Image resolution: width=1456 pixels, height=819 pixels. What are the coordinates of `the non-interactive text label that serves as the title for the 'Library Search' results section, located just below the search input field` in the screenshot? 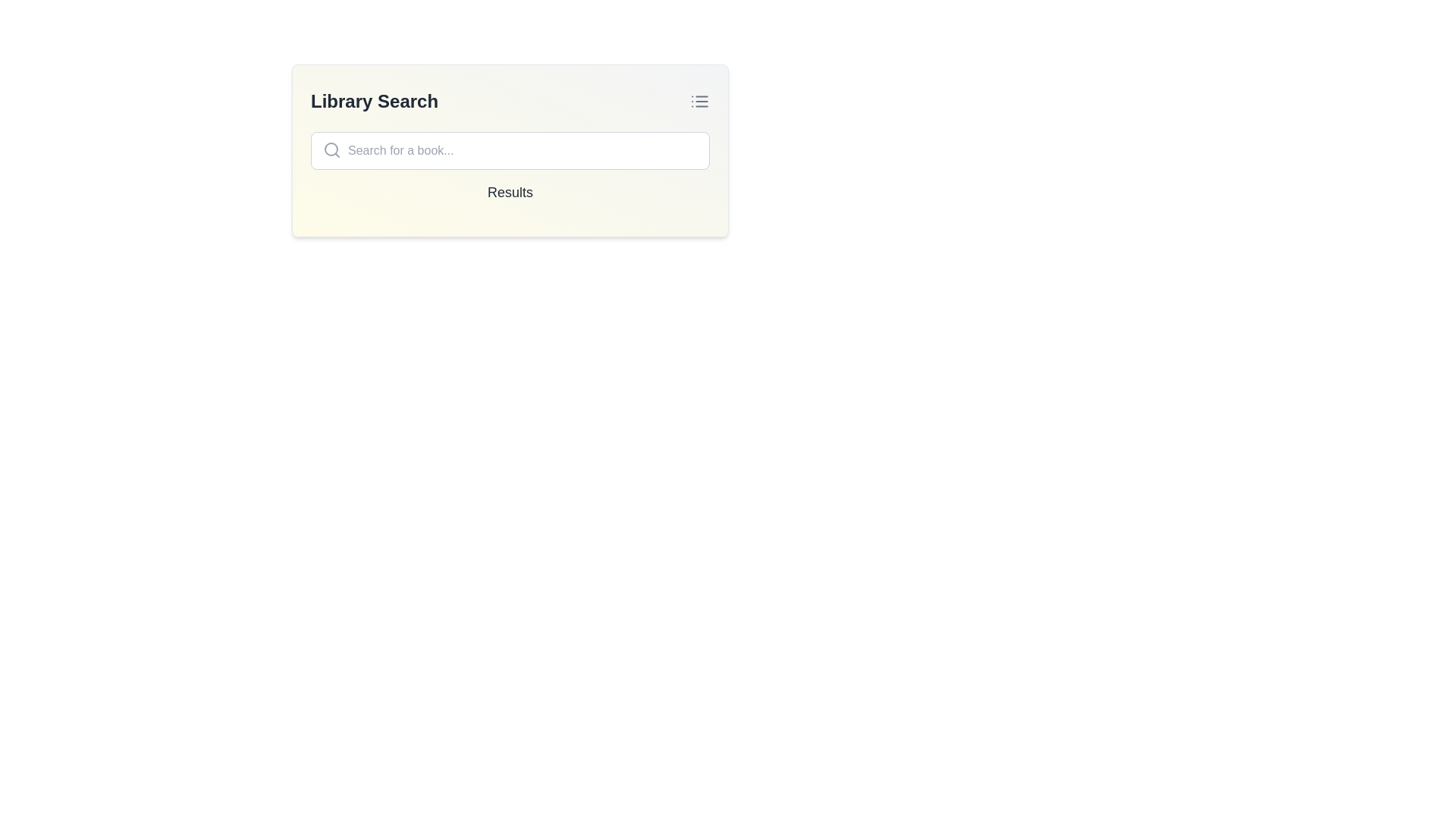 It's located at (510, 192).